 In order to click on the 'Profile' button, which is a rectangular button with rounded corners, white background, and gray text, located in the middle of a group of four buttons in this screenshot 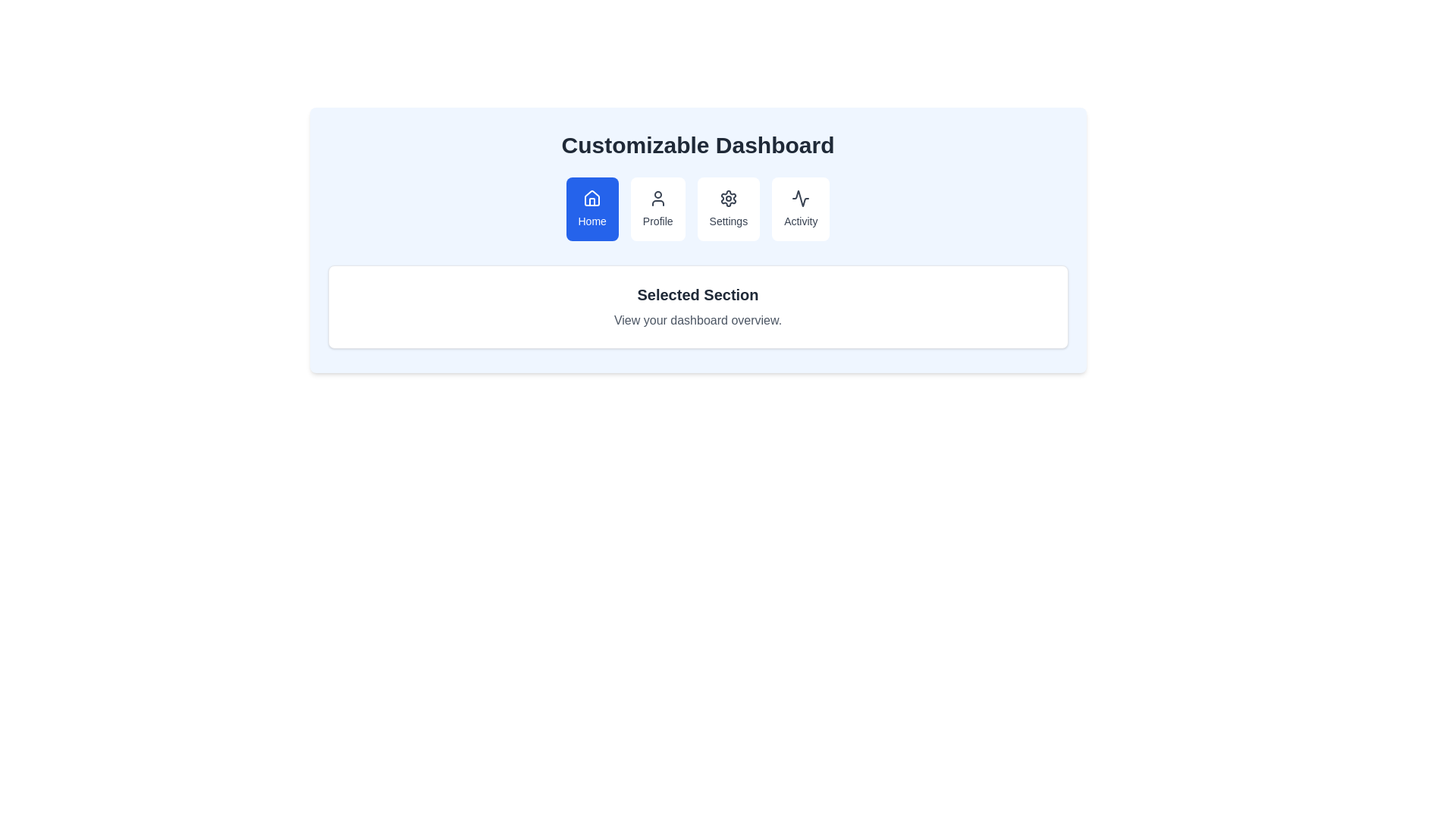, I will do `click(657, 209)`.